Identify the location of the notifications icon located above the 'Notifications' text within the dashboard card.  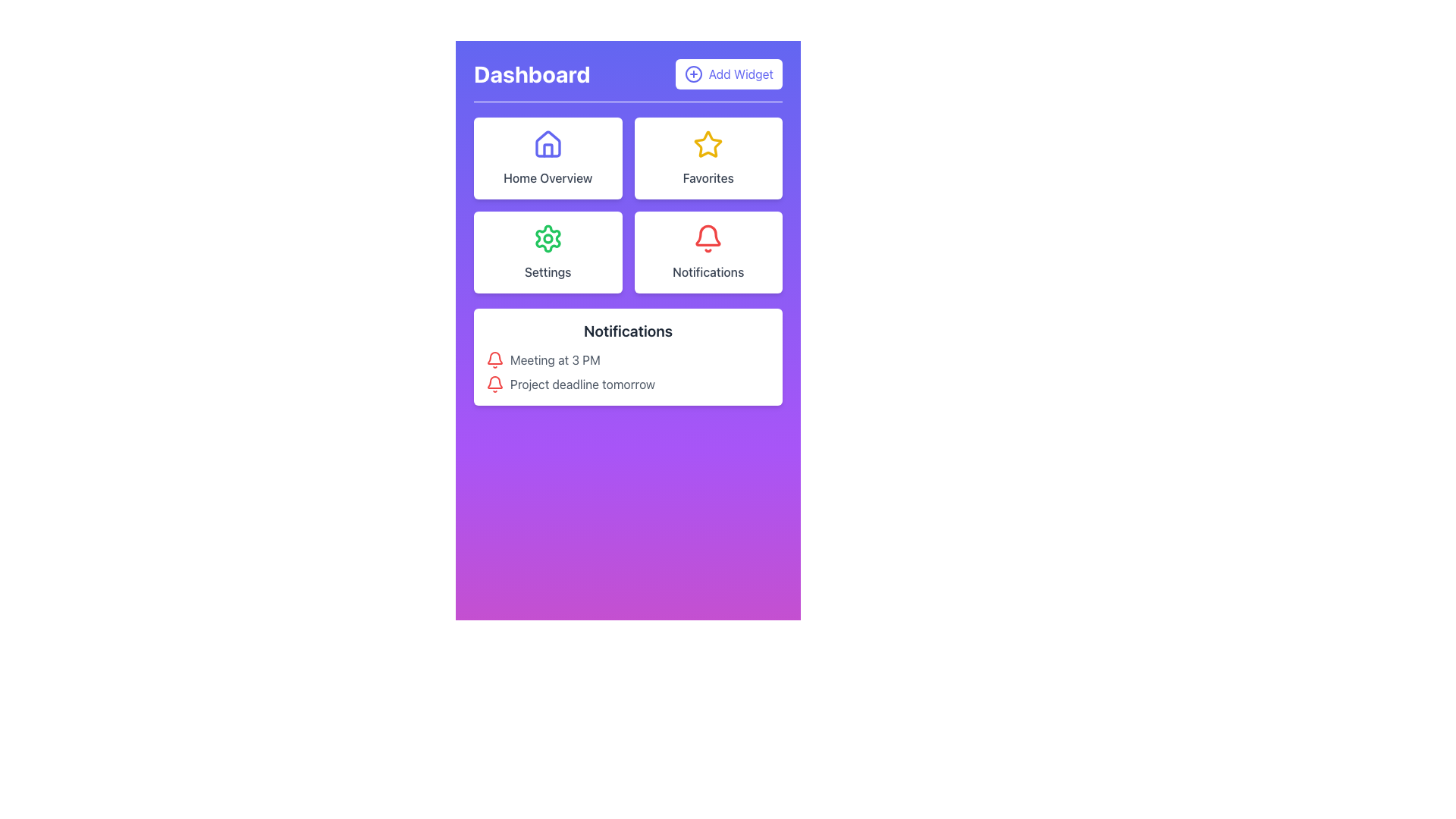
(708, 239).